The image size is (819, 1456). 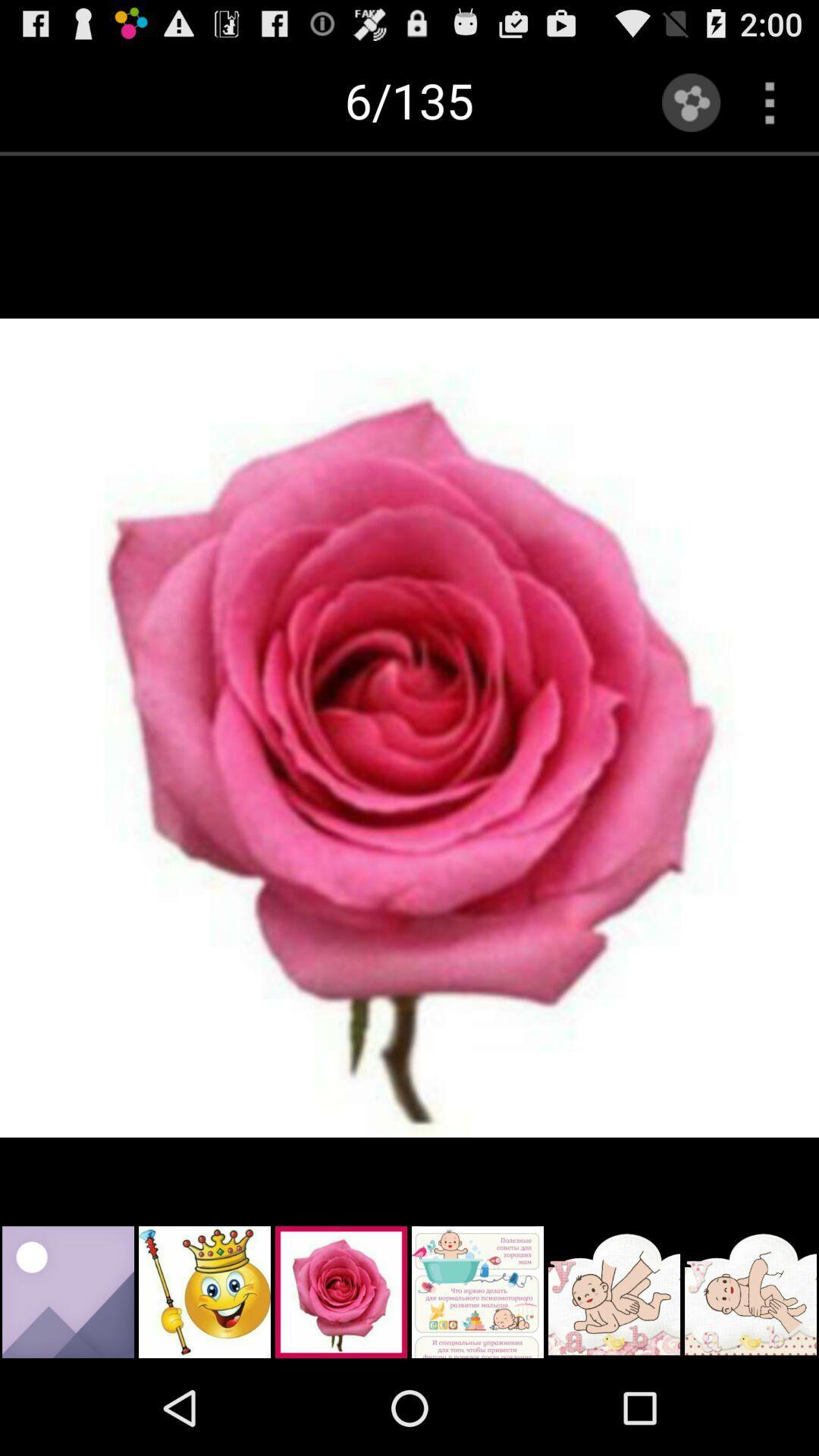 I want to click on options, so click(x=770, y=102).